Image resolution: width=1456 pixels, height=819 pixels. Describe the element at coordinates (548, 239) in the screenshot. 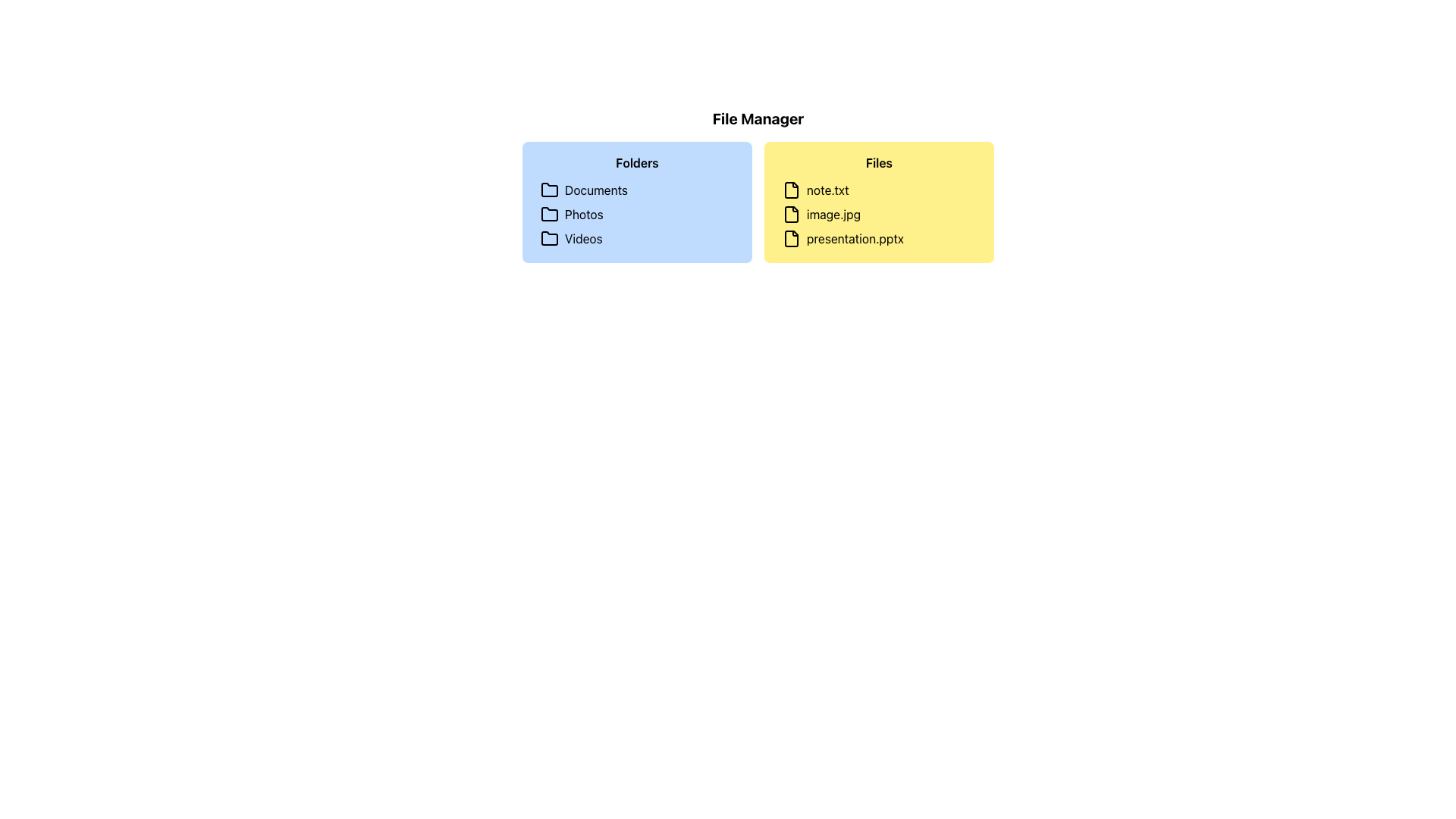

I see `the minimalistic folder icon located next to the 'Videos' label in the 'Folders' section` at that location.